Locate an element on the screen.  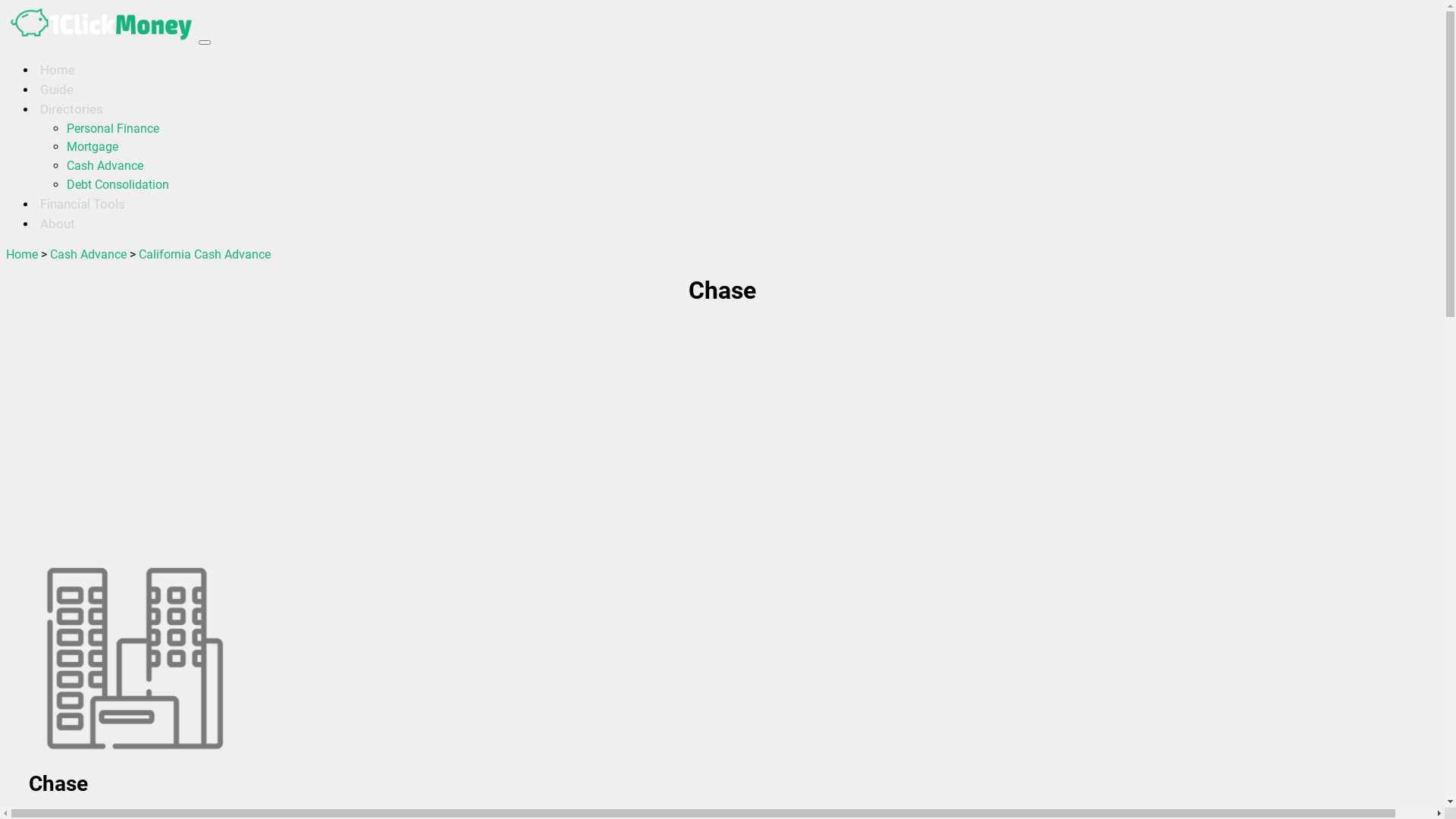
'Personal Finance' is located at coordinates (111, 127).